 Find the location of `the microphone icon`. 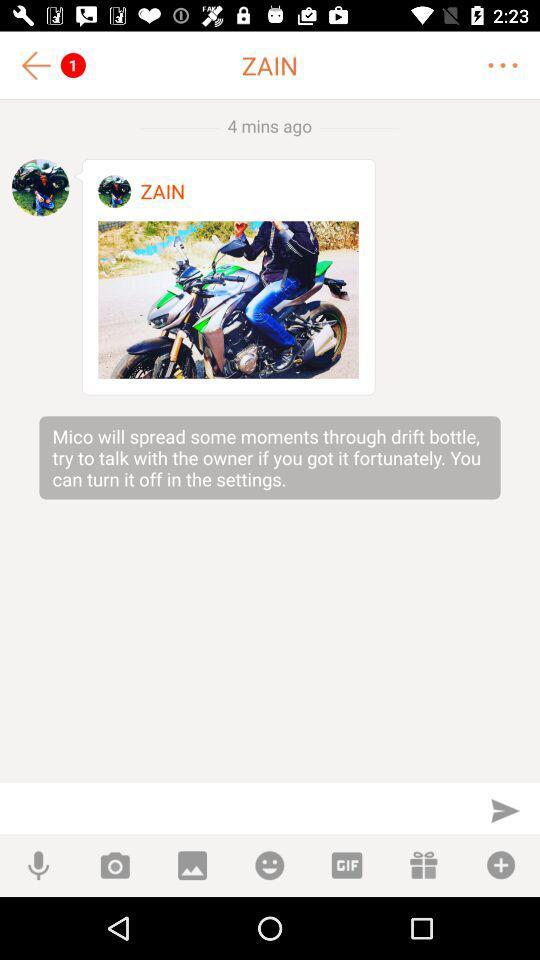

the microphone icon is located at coordinates (38, 864).